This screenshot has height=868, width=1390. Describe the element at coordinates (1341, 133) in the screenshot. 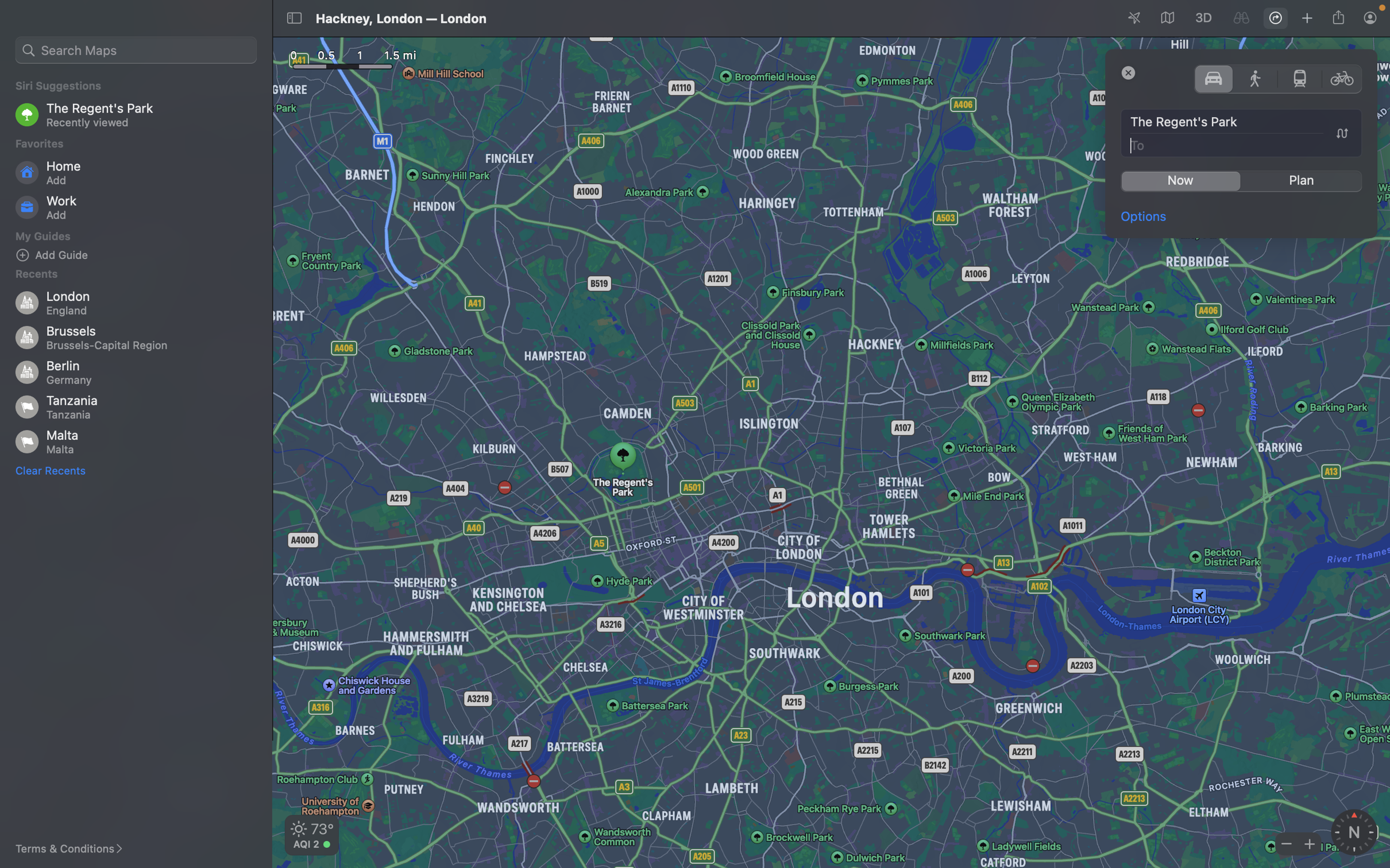

I see `Execute a click on the button labeled "swap dest and source" to alternate between source and destination points` at that location.